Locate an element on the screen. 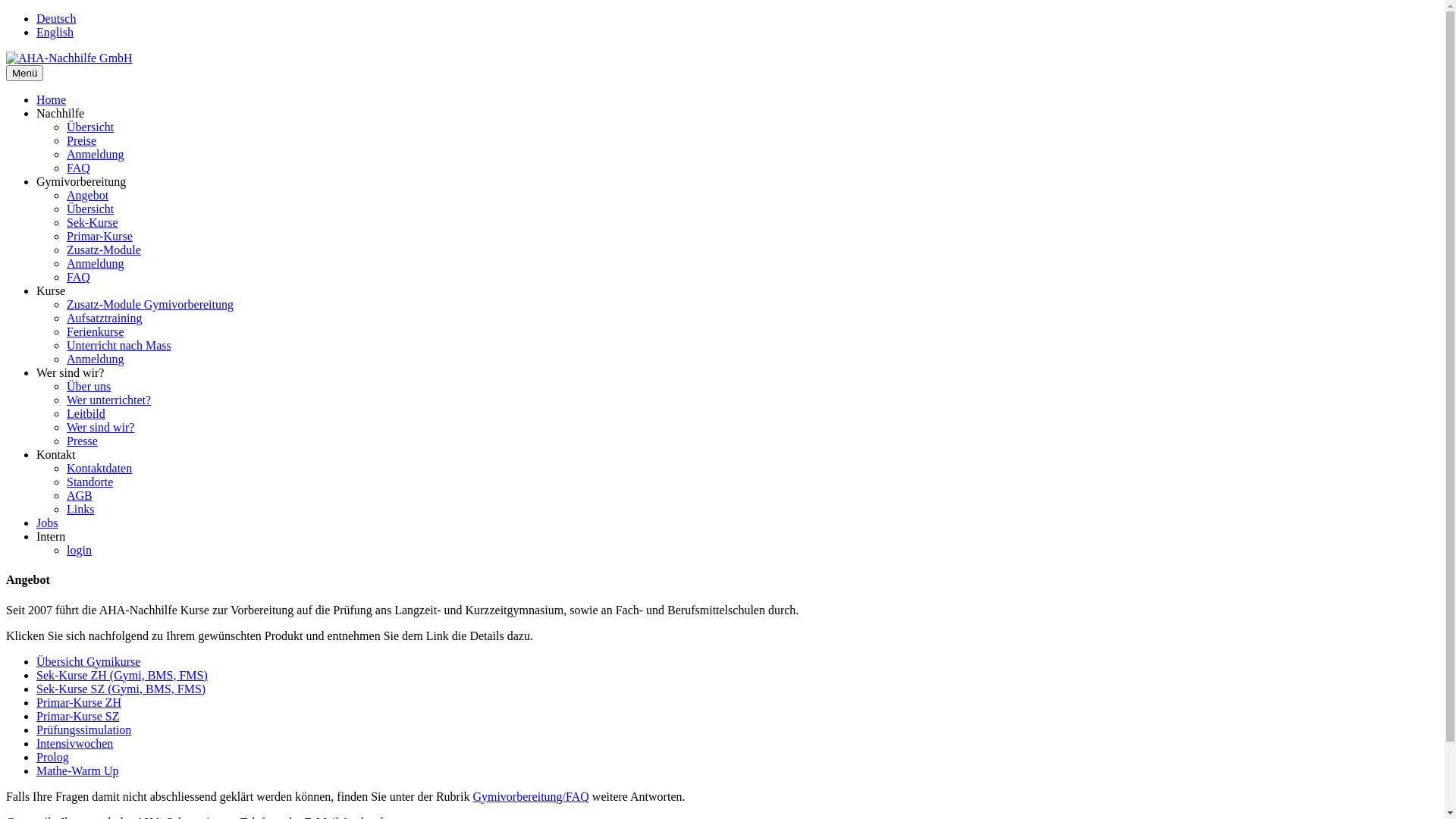  'login' is located at coordinates (78, 550).